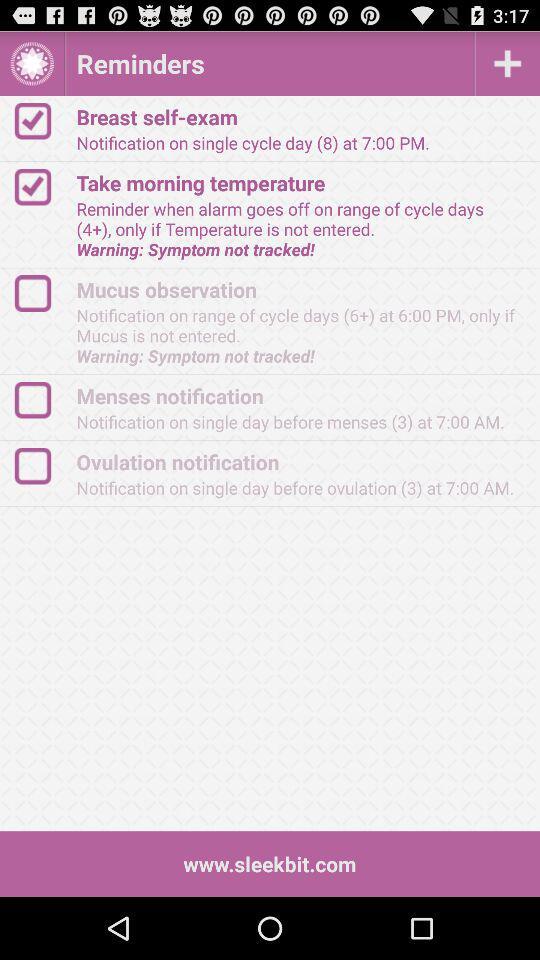 This screenshot has height=960, width=540. Describe the element at coordinates (42, 292) in the screenshot. I see `put tick` at that location.